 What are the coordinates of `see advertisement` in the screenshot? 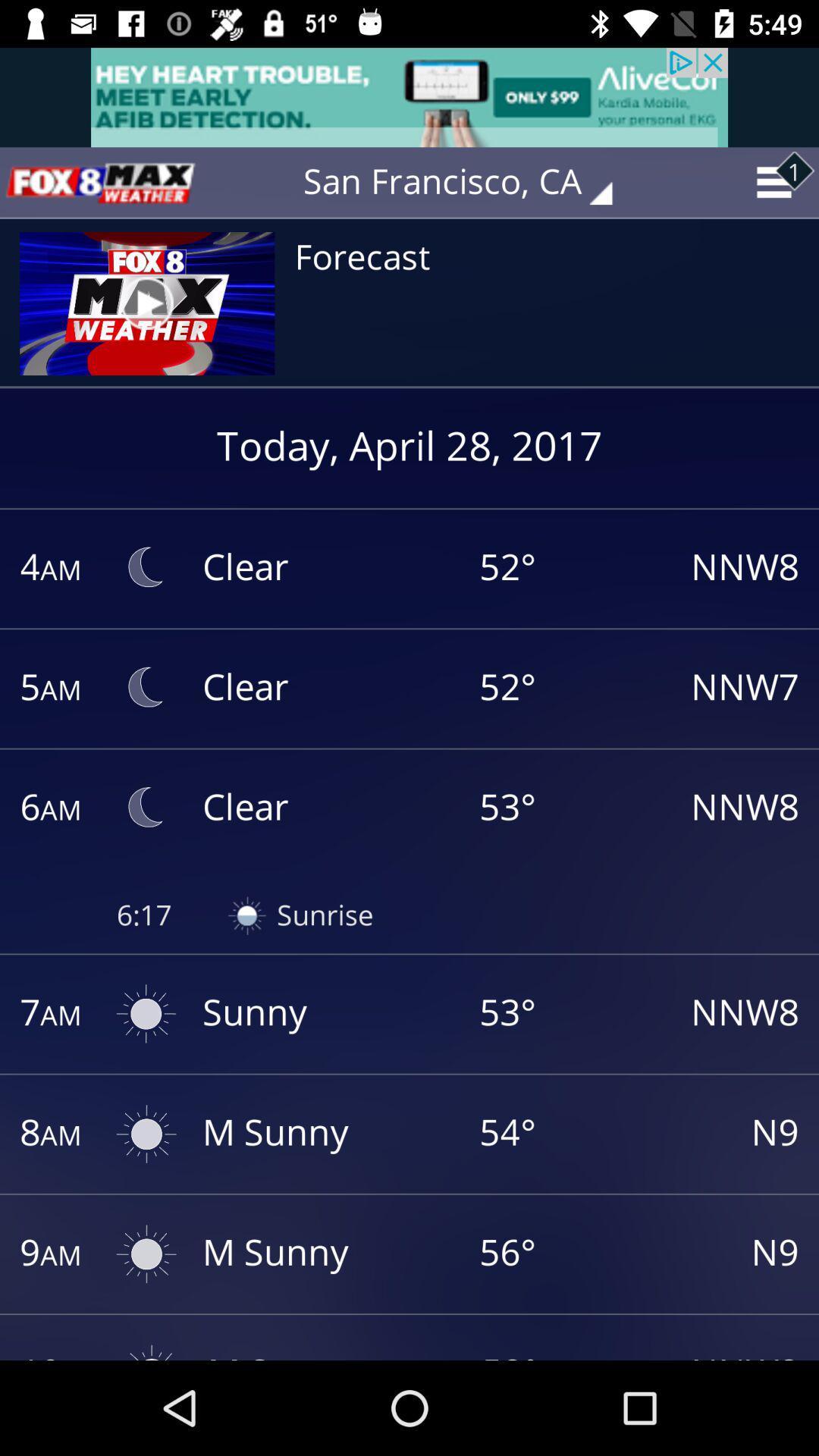 It's located at (409, 96).